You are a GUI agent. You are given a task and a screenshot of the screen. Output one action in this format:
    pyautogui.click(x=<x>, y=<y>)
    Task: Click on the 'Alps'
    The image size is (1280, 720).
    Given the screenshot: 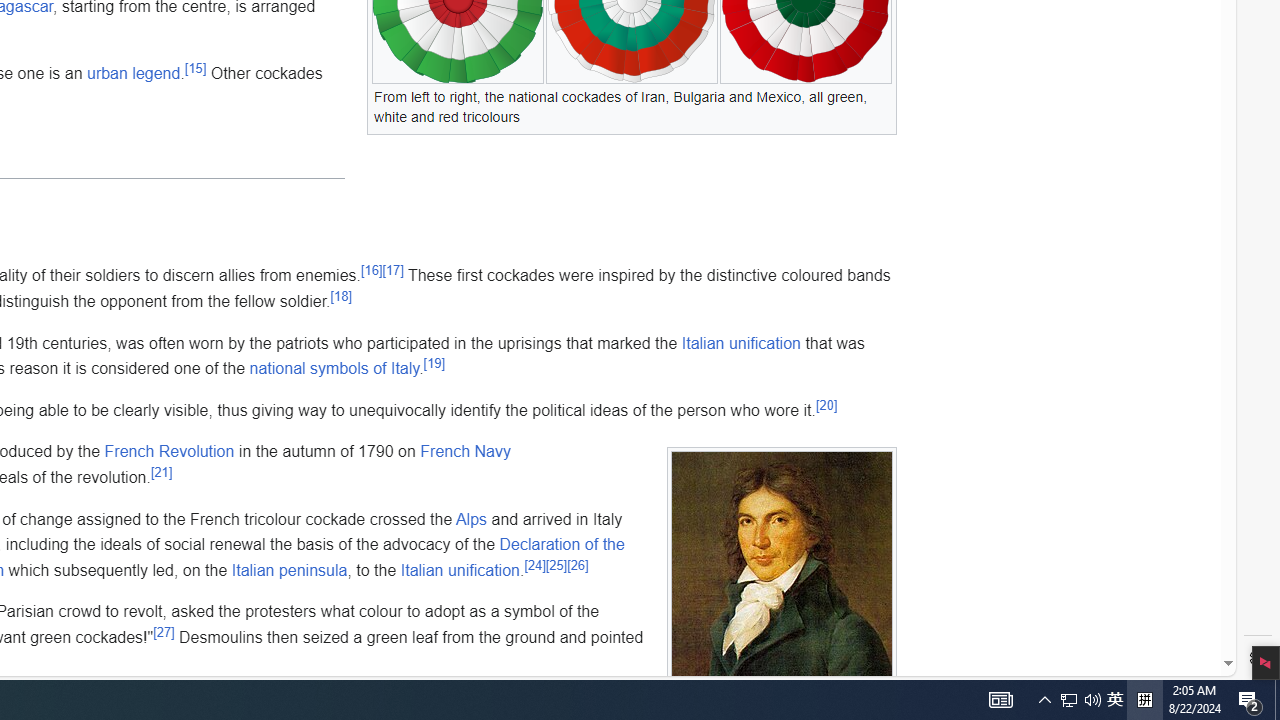 What is the action you would take?
    pyautogui.click(x=470, y=517)
    